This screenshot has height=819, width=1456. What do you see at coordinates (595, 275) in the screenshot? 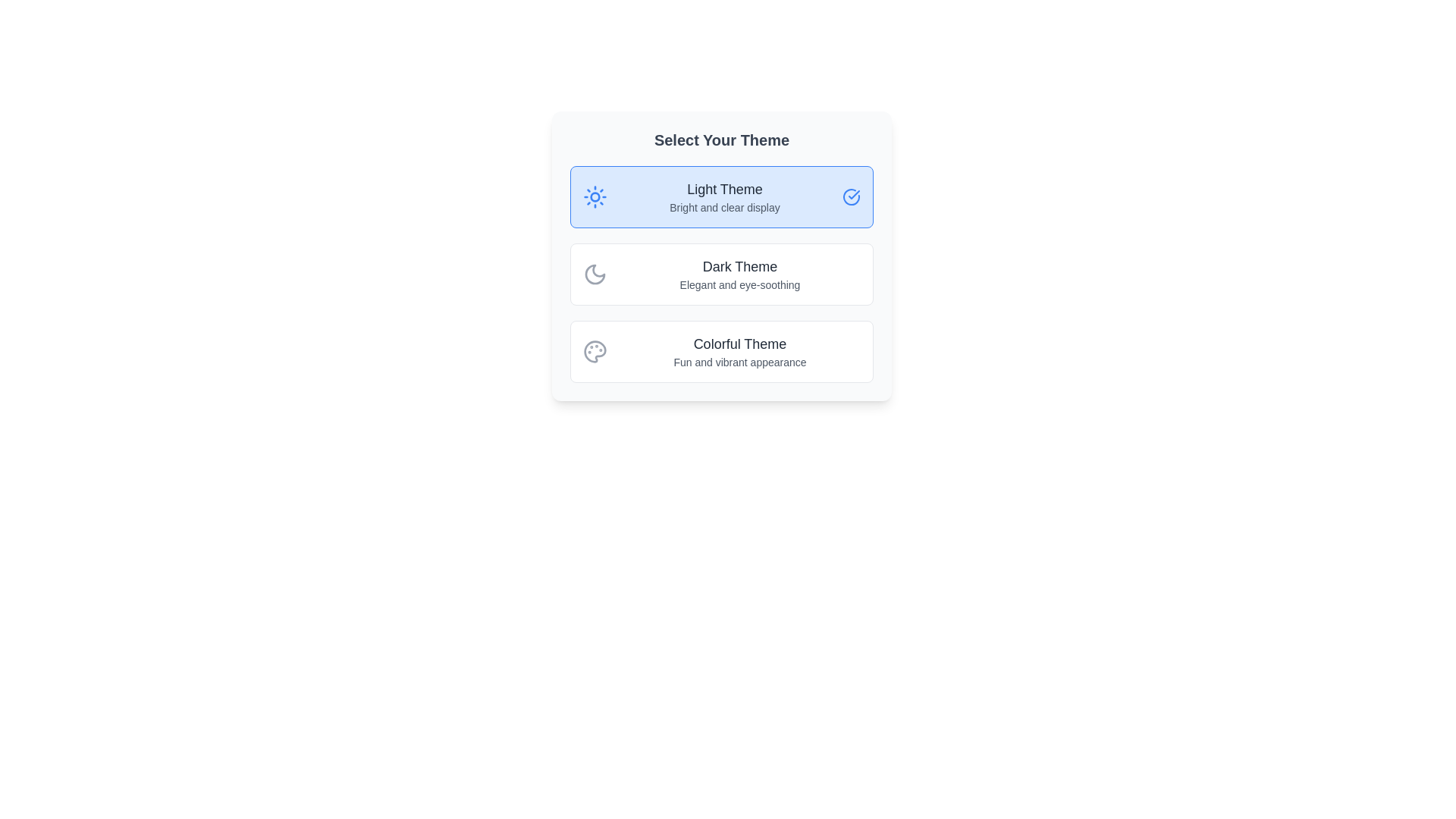
I see `the crescent moon icon representing the 'Dark Theme' option in the theme selection menu` at bounding box center [595, 275].